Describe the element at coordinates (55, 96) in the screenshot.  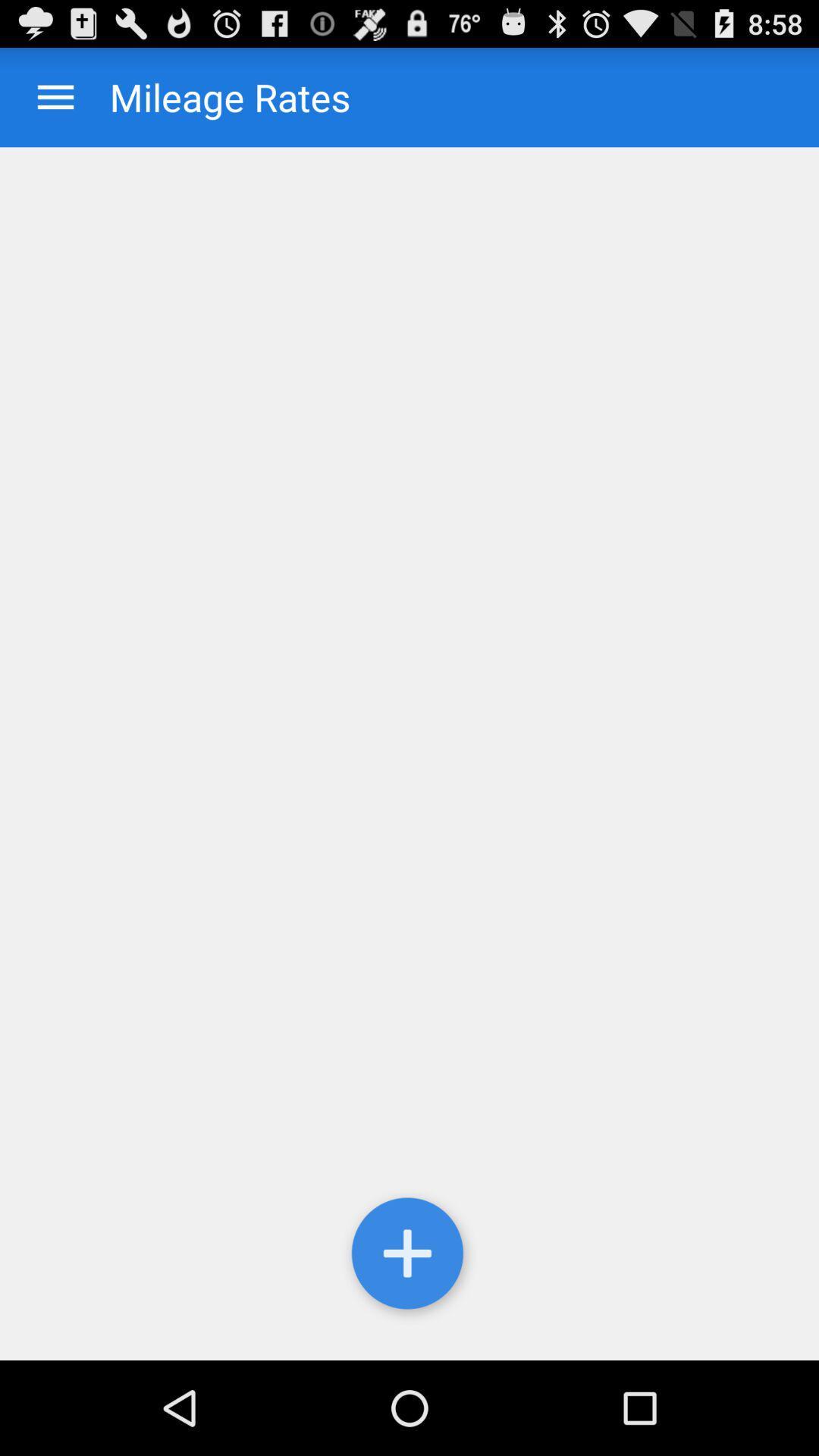
I see `icon to the left of mileage rates` at that location.